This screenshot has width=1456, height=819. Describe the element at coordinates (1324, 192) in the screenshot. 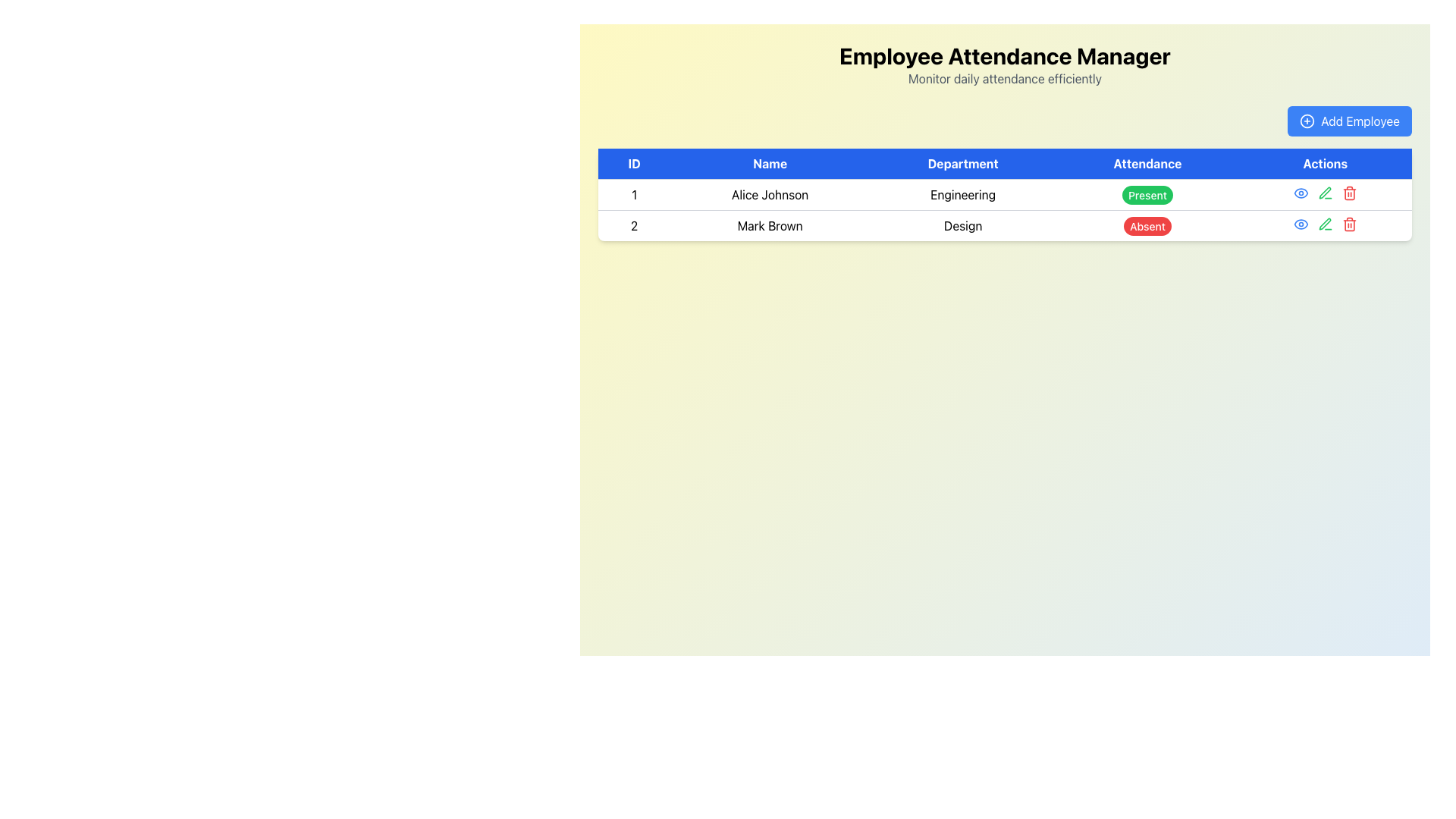

I see `the editing button in the 'Actions' column for 'Mark Brown' to observe the color change` at that location.